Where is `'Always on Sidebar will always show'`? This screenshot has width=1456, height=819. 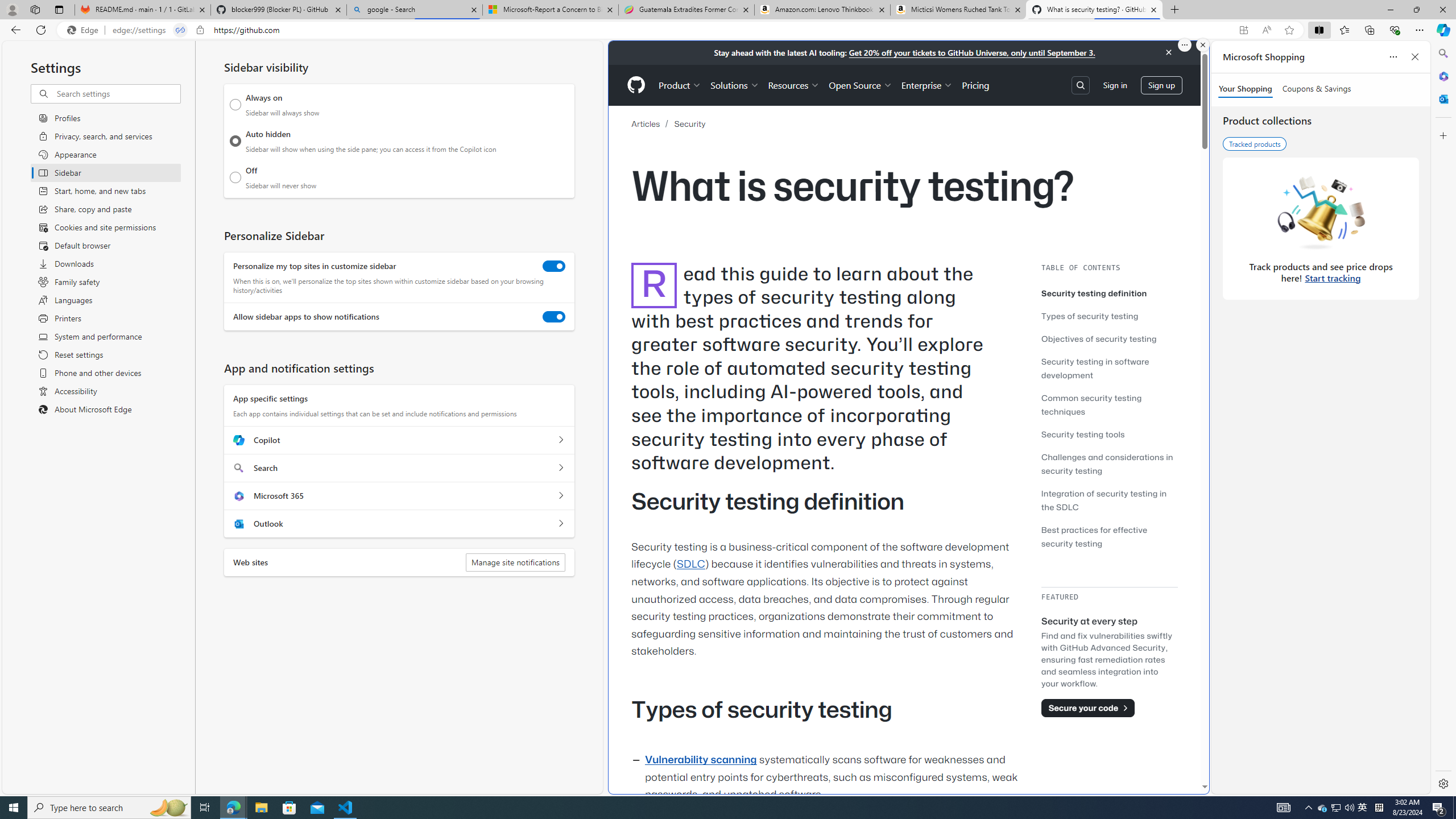
'Always on Sidebar will always show' is located at coordinates (235, 104).